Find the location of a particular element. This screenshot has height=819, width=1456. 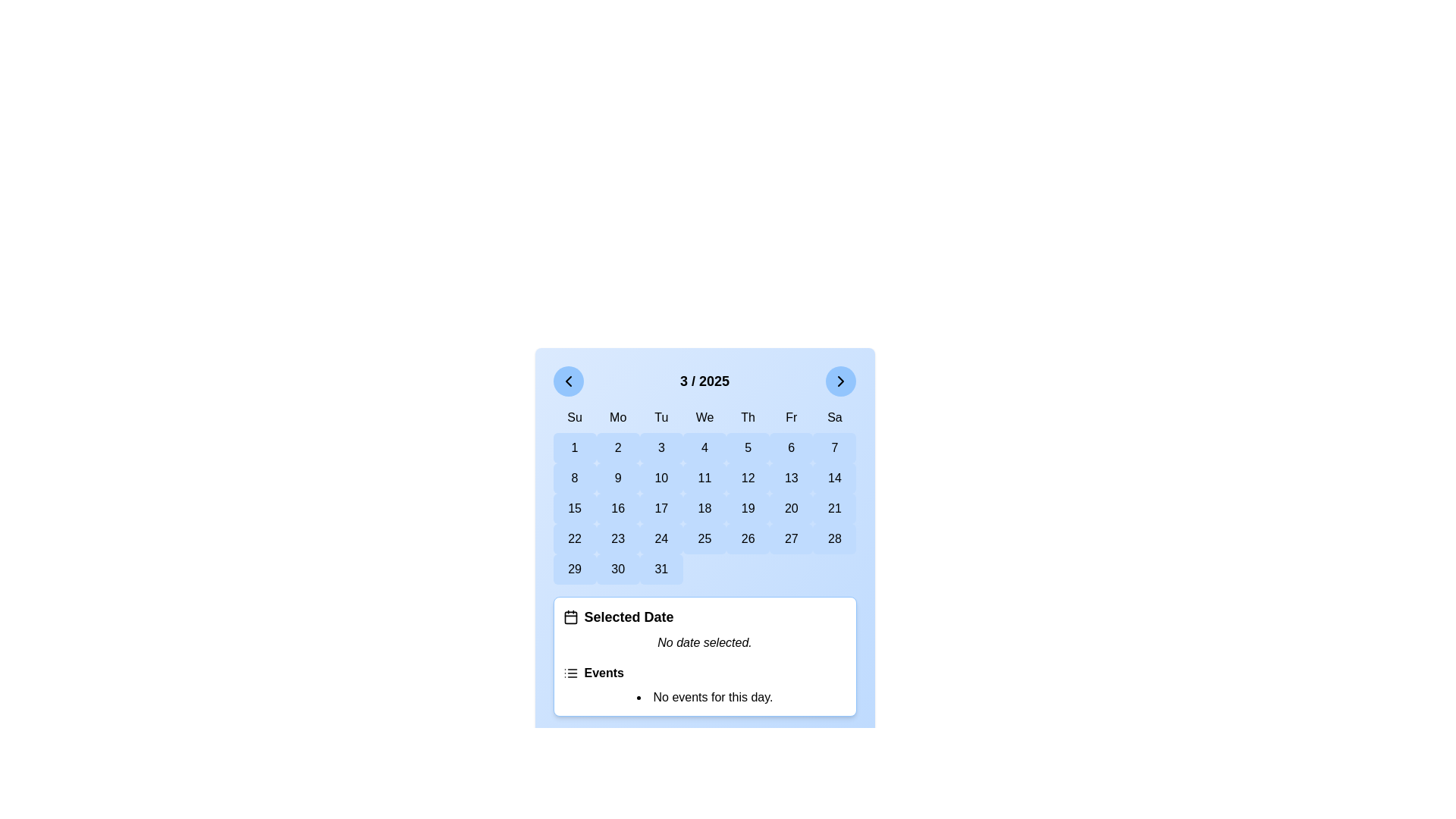

the leftward-pointing chevron icon located to the left of the calendar title '3 / 2025' is located at coordinates (567, 380).